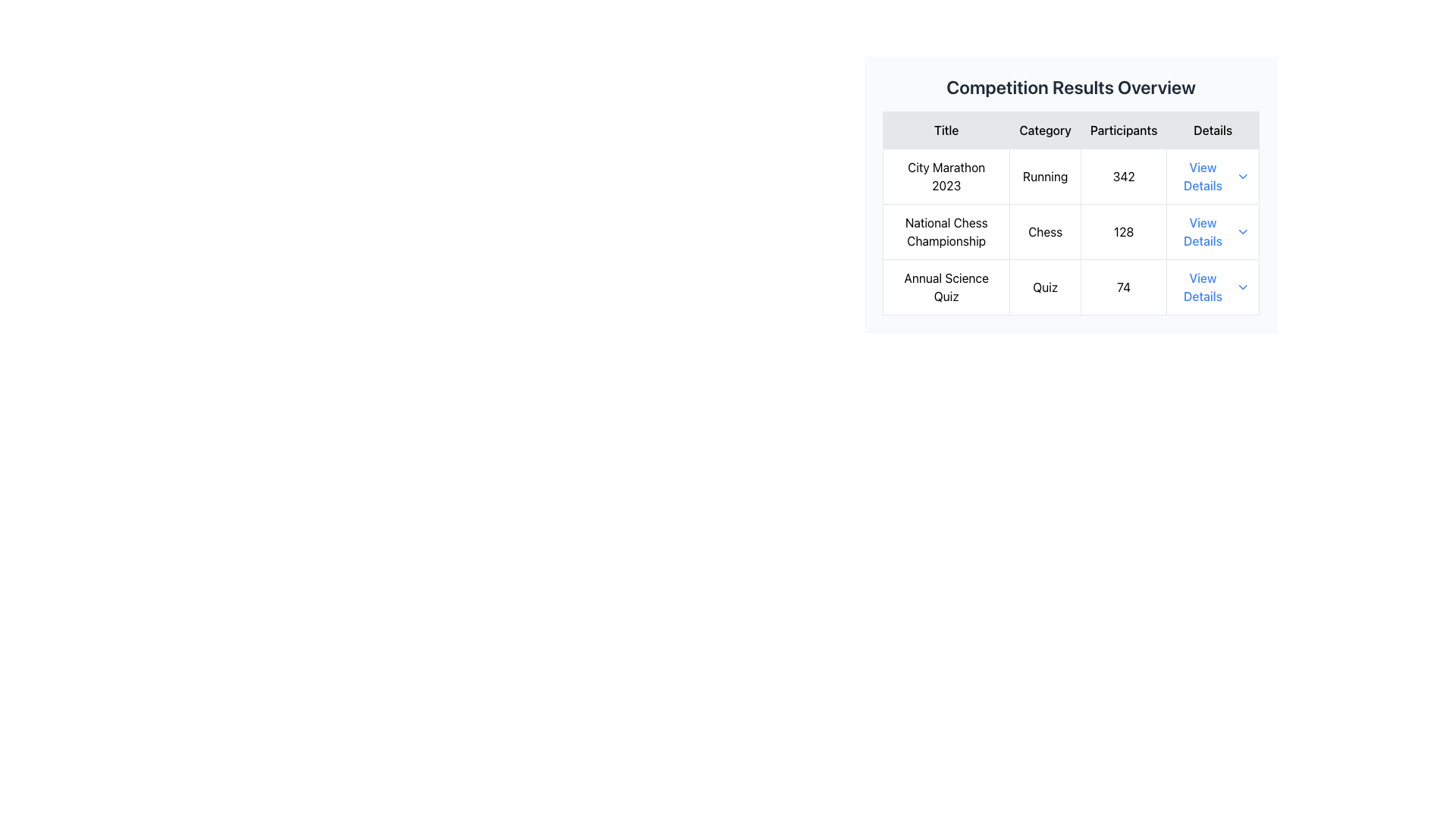  Describe the element at coordinates (1044, 175) in the screenshot. I see `the 'Running' category text in the second column of the event table, which is positioned between 'City Marathon 2023' and '342'` at that location.